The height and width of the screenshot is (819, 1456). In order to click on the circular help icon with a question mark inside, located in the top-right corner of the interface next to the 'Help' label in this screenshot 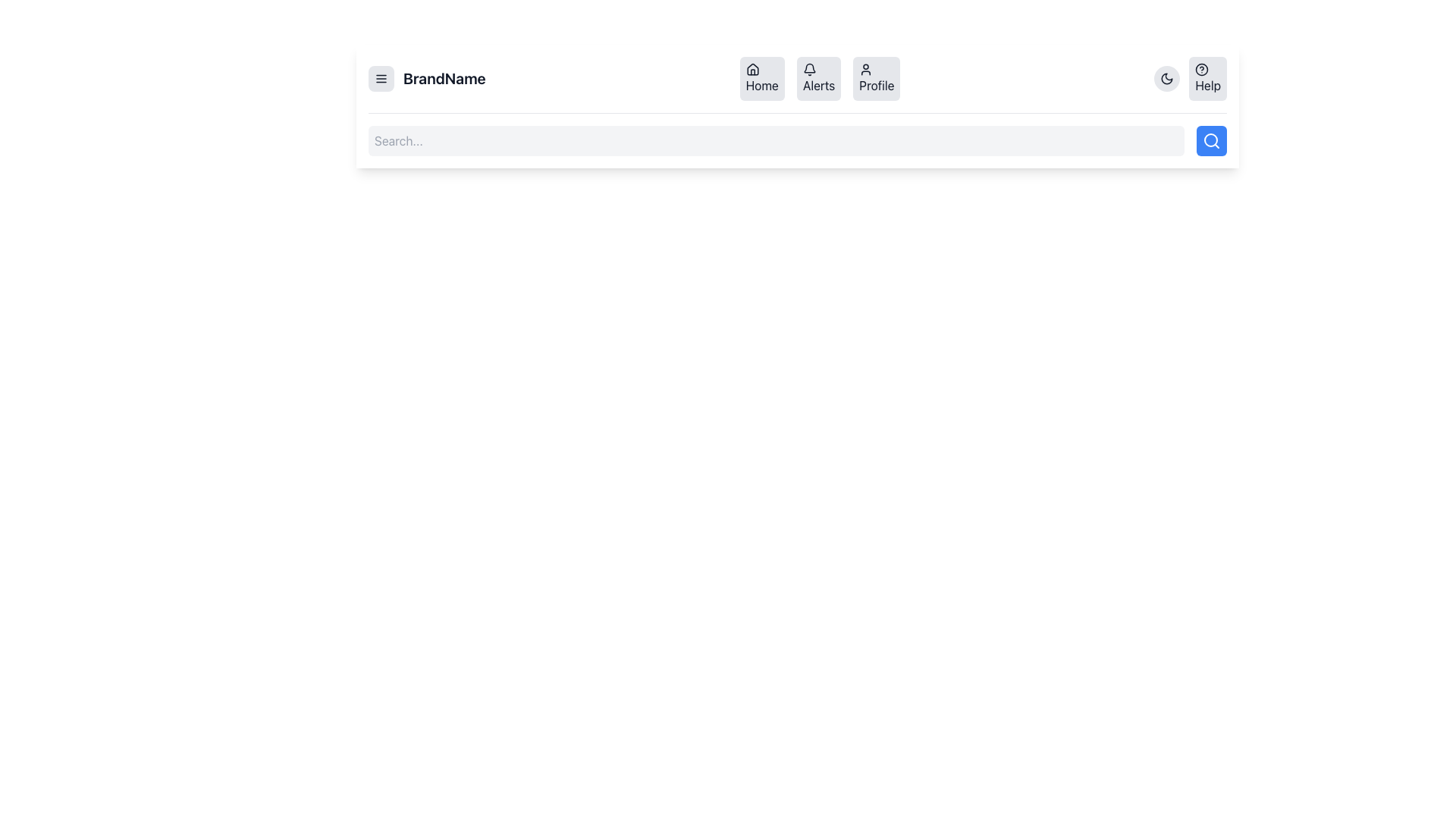, I will do `click(1201, 70)`.